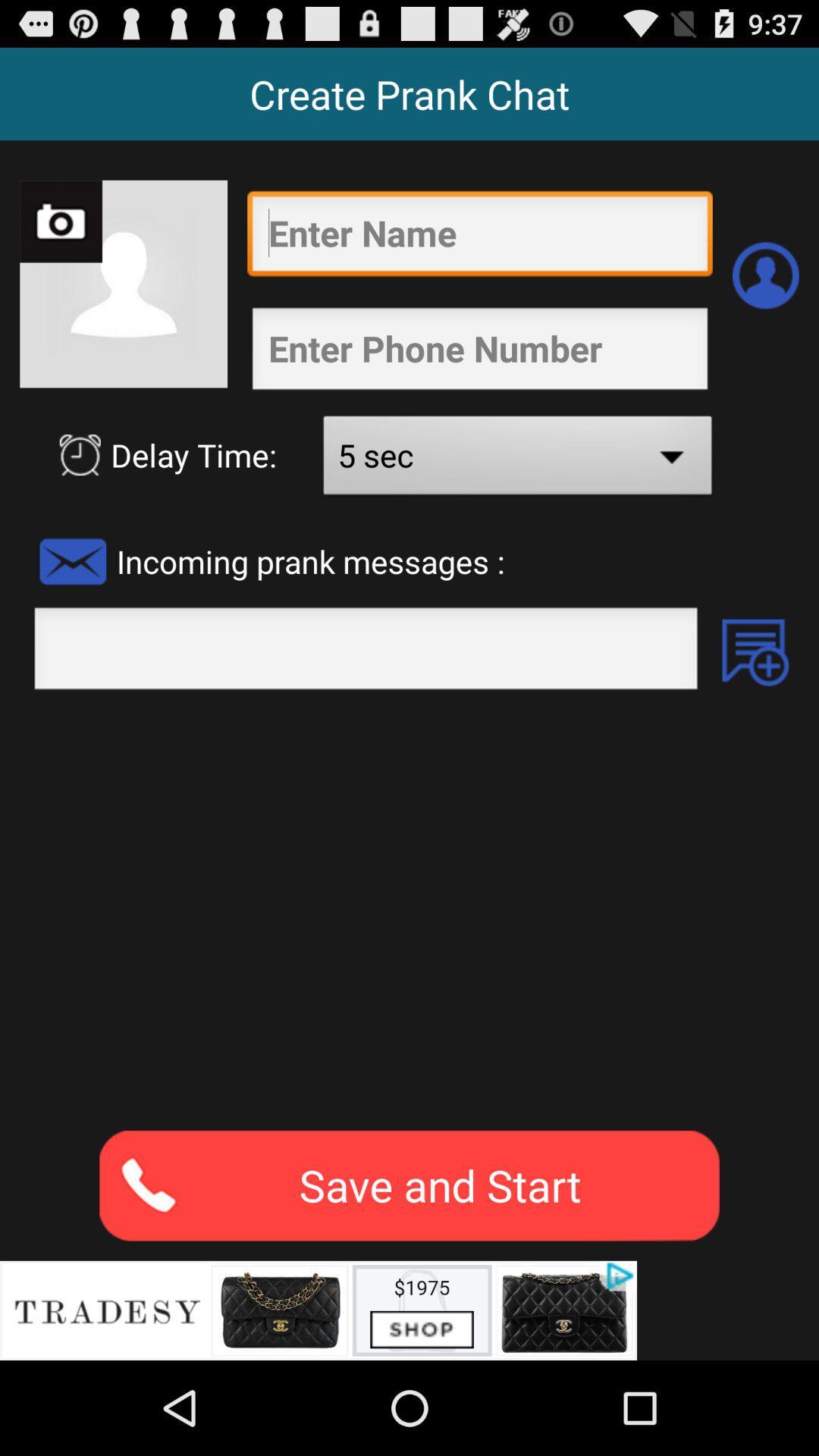  What do you see at coordinates (765, 294) in the screenshot?
I see `the avatar icon` at bounding box center [765, 294].